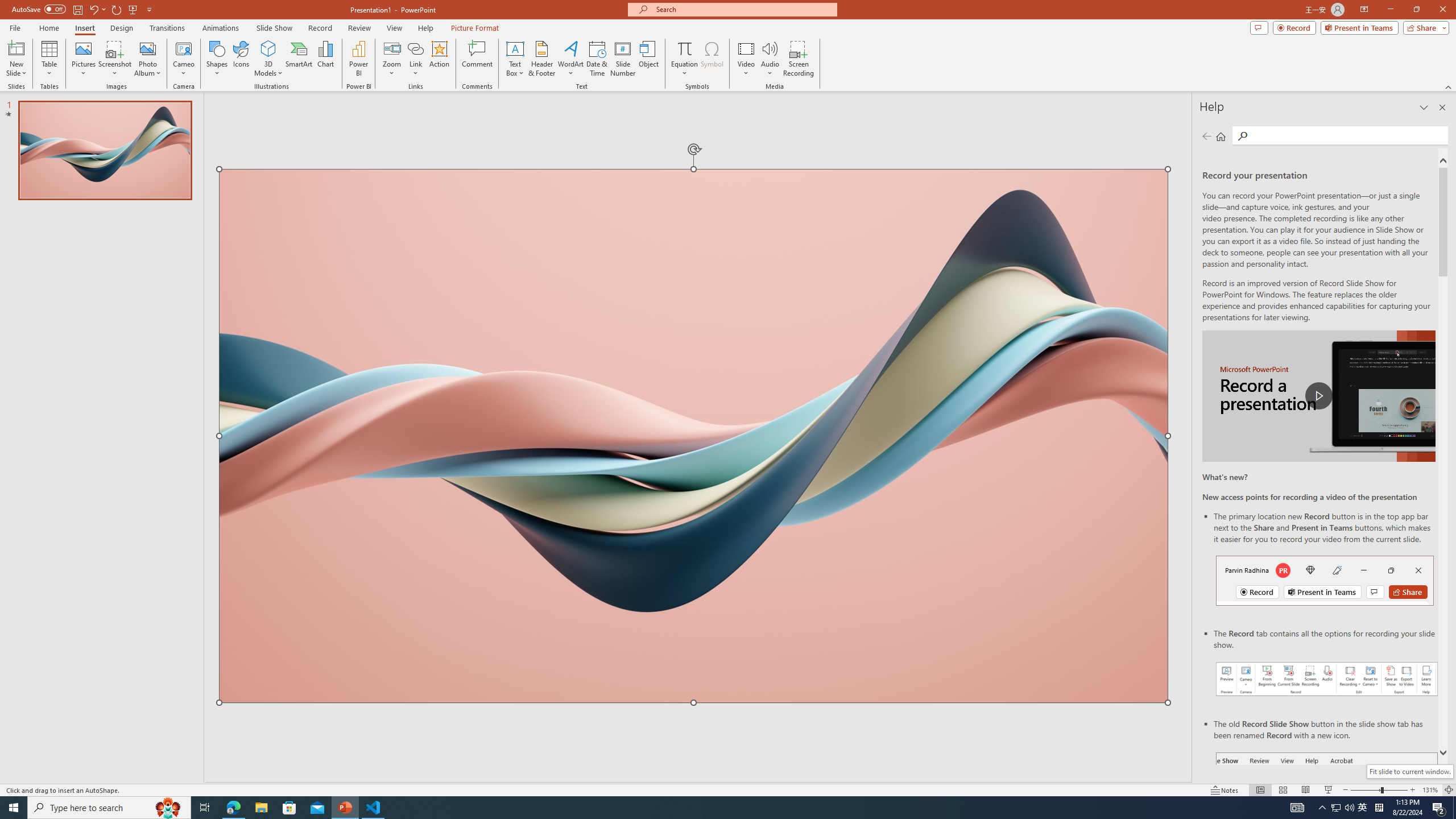 This screenshot has height=819, width=1456. What do you see at coordinates (114, 59) in the screenshot?
I see `'Screenshot'` at bounding box center [114, 59].